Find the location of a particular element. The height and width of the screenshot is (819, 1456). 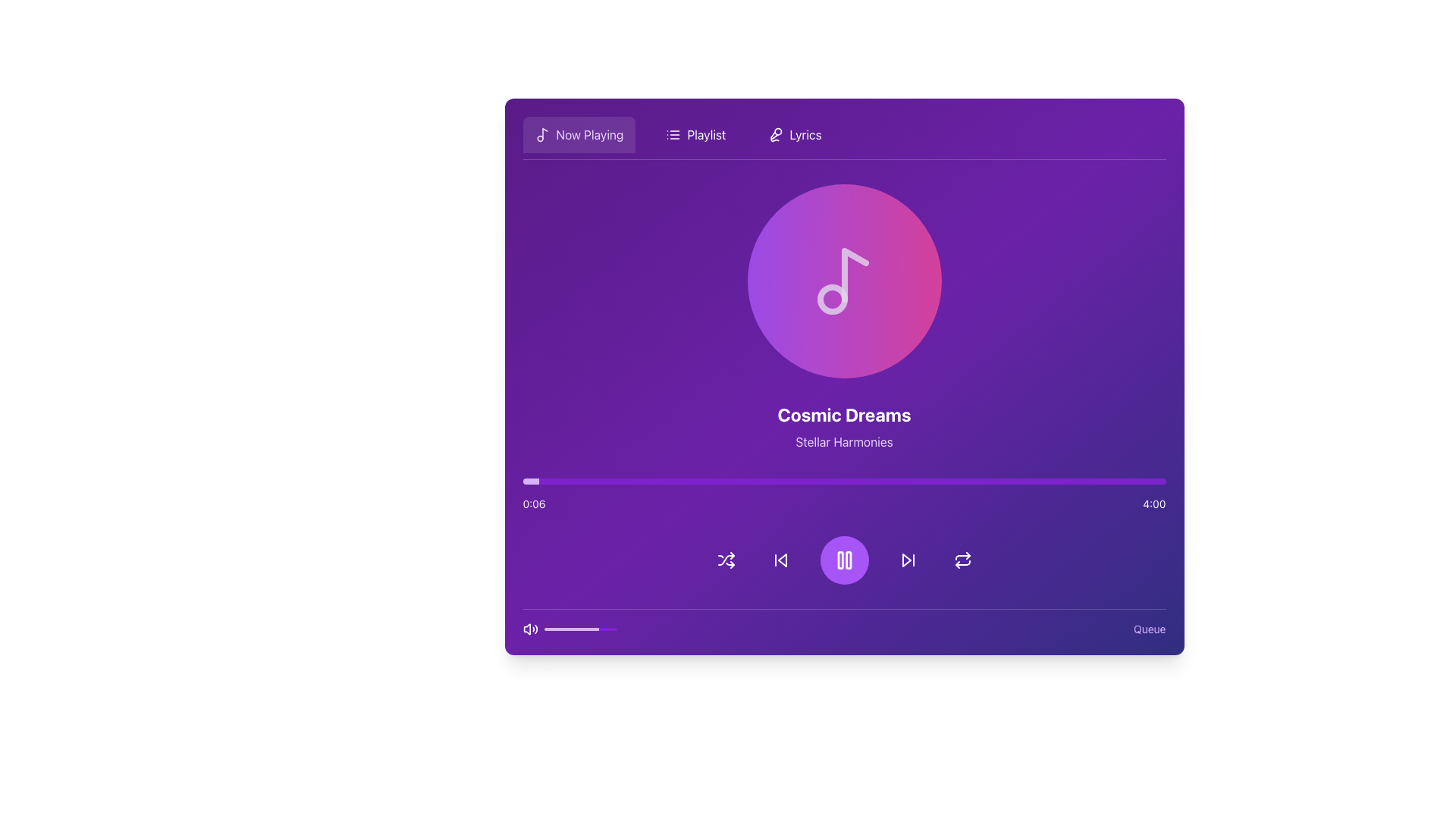

the 'Queue' text link located at the bottom-right corner of the interface is located at coordinates (1150, 629).